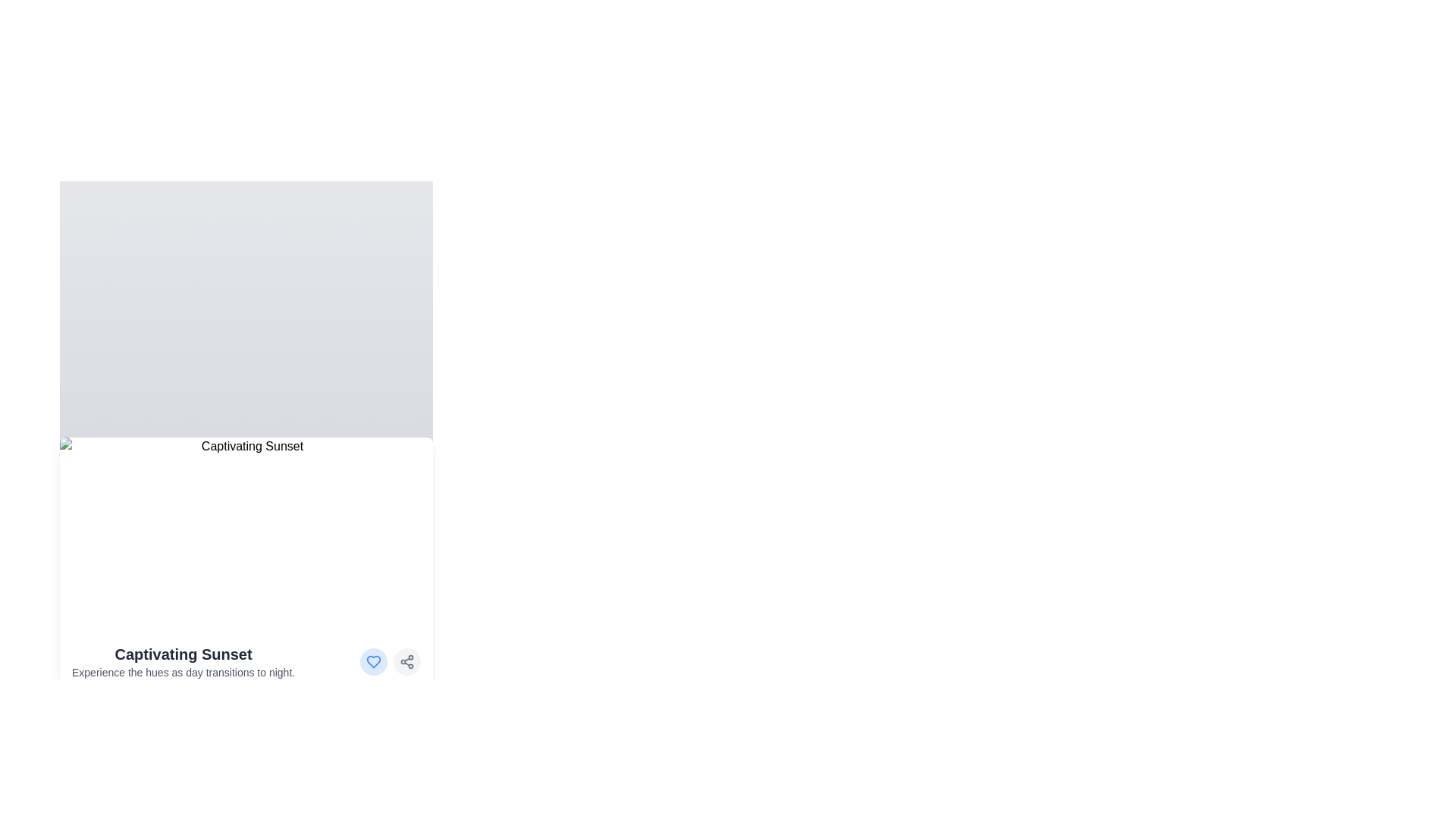  What do you see at coordinates (183, 672) in the screenshot?
I see `supplementary descriptive text located directly below the 'Captivating Sunset' title, which serves as a caption or subtext` at bounding box center [183, 672].